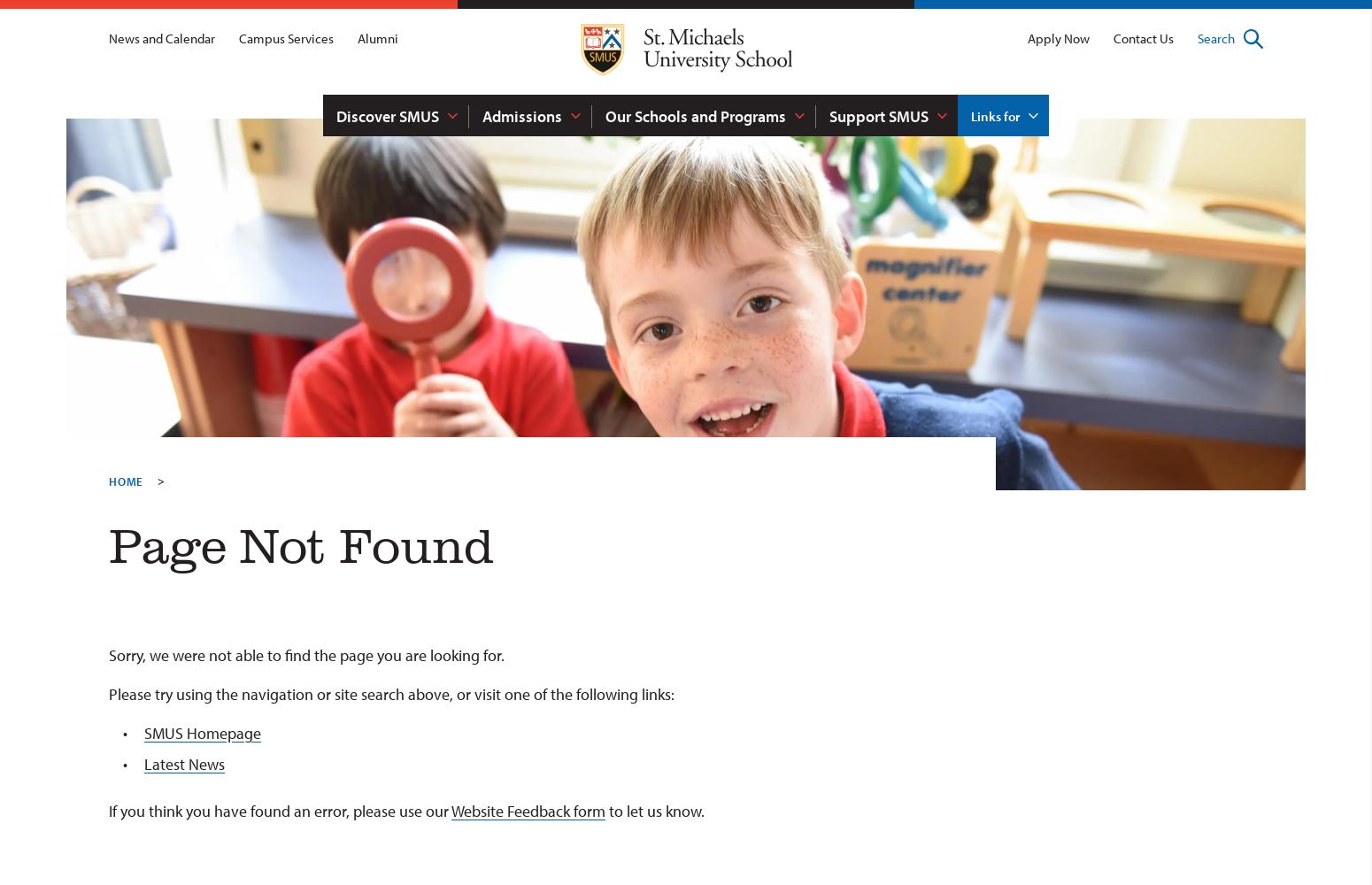 This screenshot has height=885, width=1372. What do you see at coordinates (1058, 38) in the screenshot?
I see `'Apply Now'` at bounding box center [1058, 38].